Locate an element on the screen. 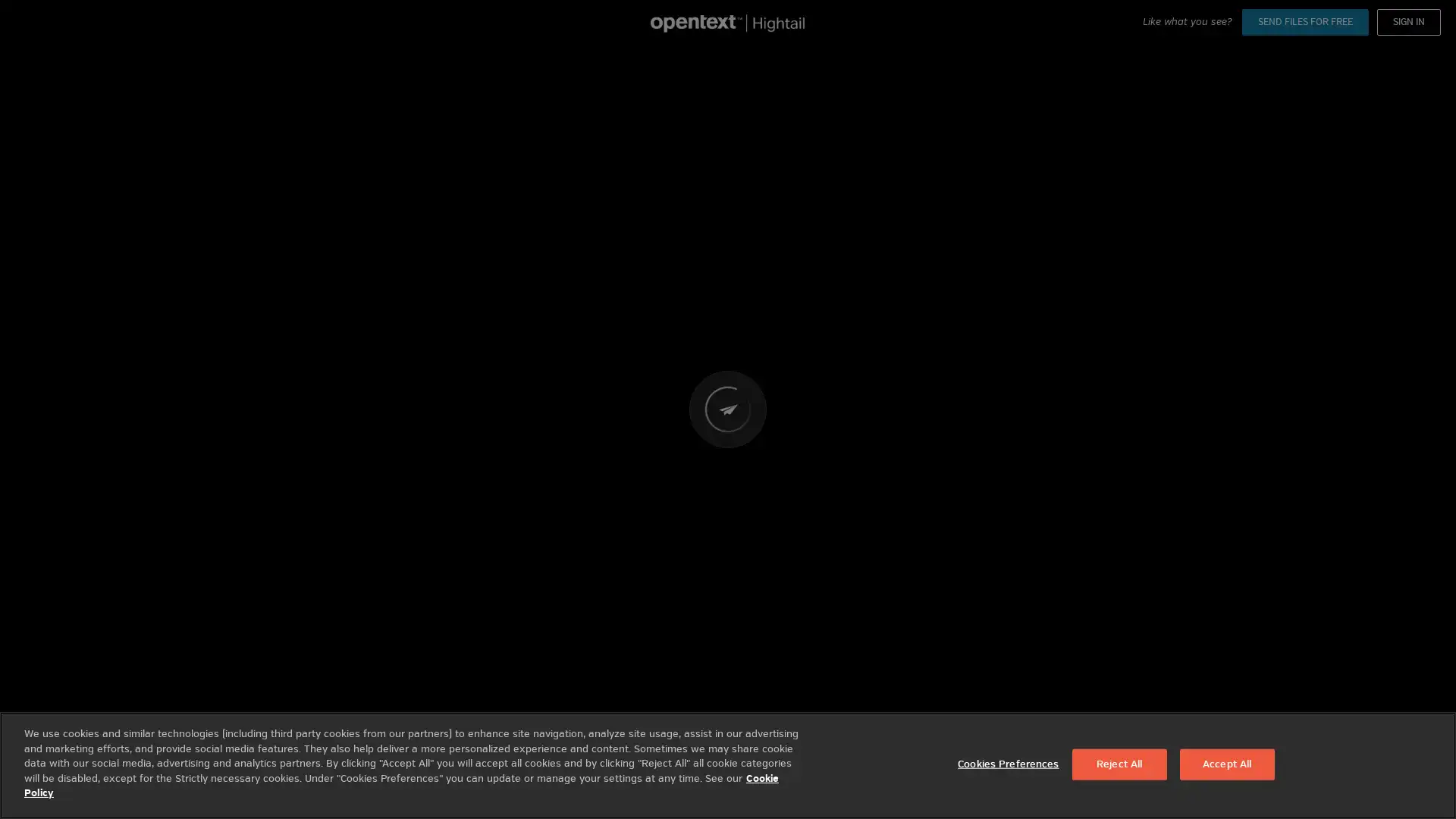 The width and height of the screenshot is (1456, 819). Reject All is located at coordinates (1119, 764).